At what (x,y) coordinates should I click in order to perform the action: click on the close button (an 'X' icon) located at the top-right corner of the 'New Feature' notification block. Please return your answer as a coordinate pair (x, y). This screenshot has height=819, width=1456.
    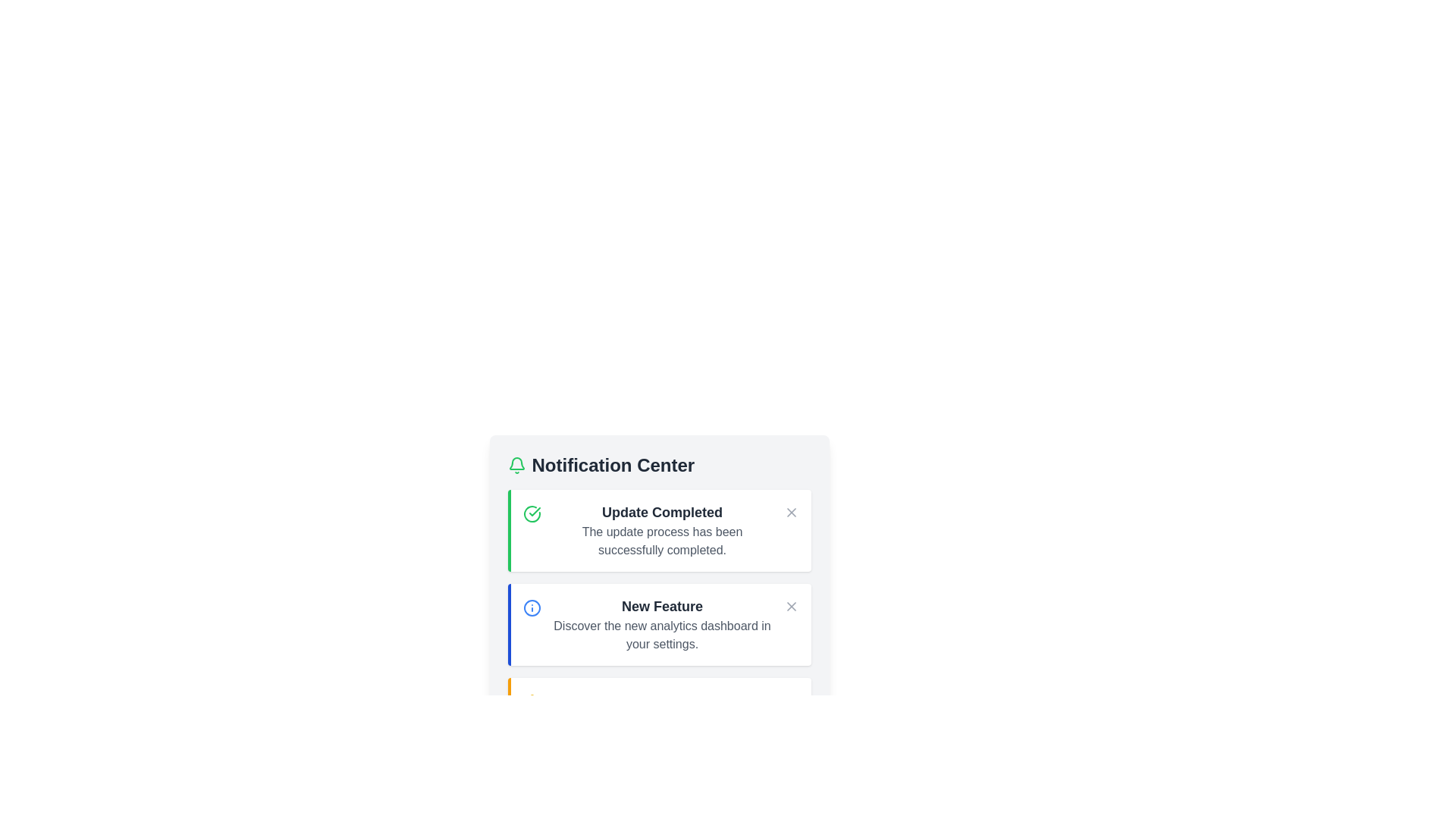
    Looking at the image, I should click on (790, 605).